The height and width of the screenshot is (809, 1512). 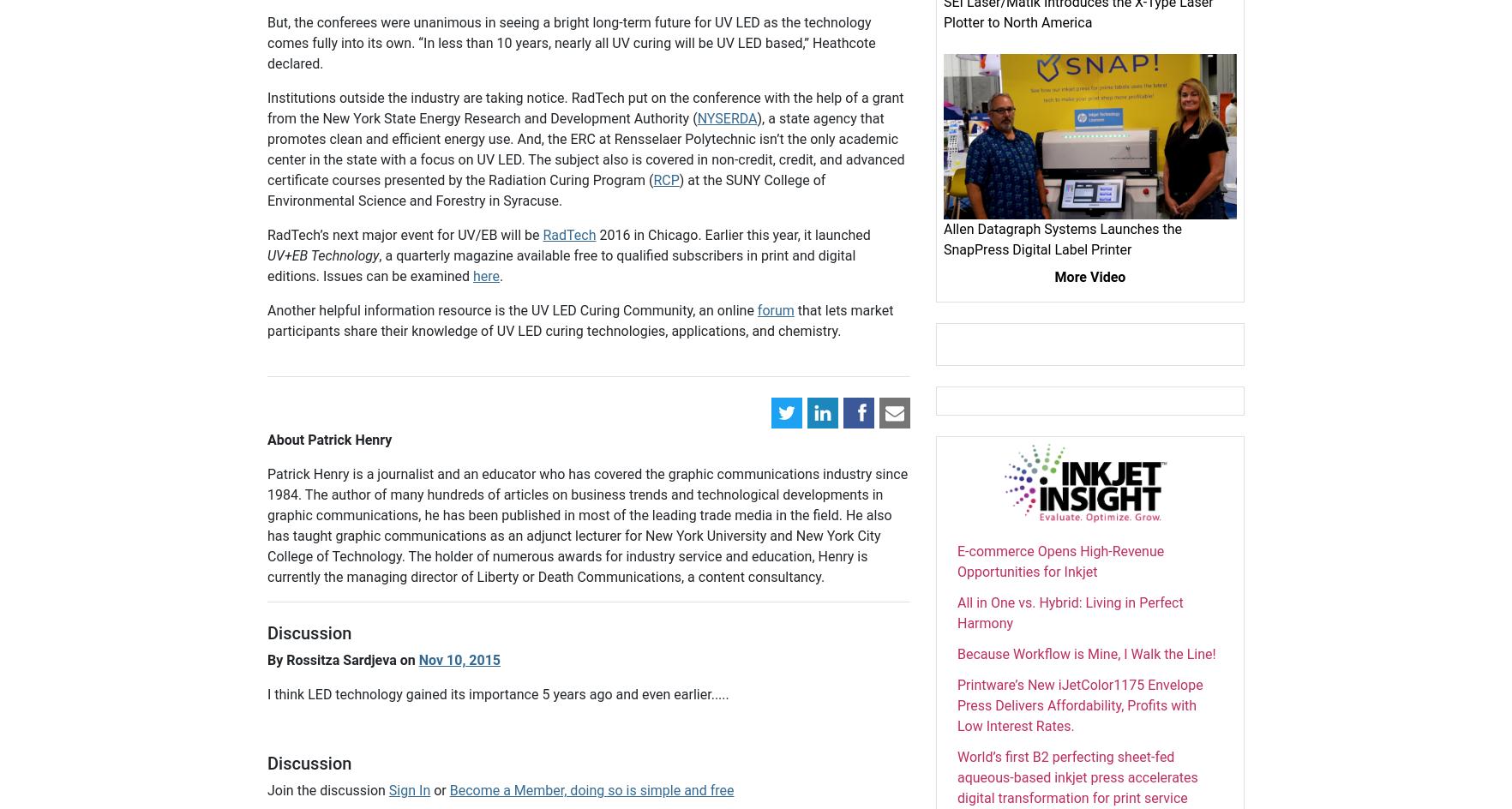 What do you see at coordinates (568, 235) in the screenshot?
I see `'RadTech'` at bounding box center [568, 235].